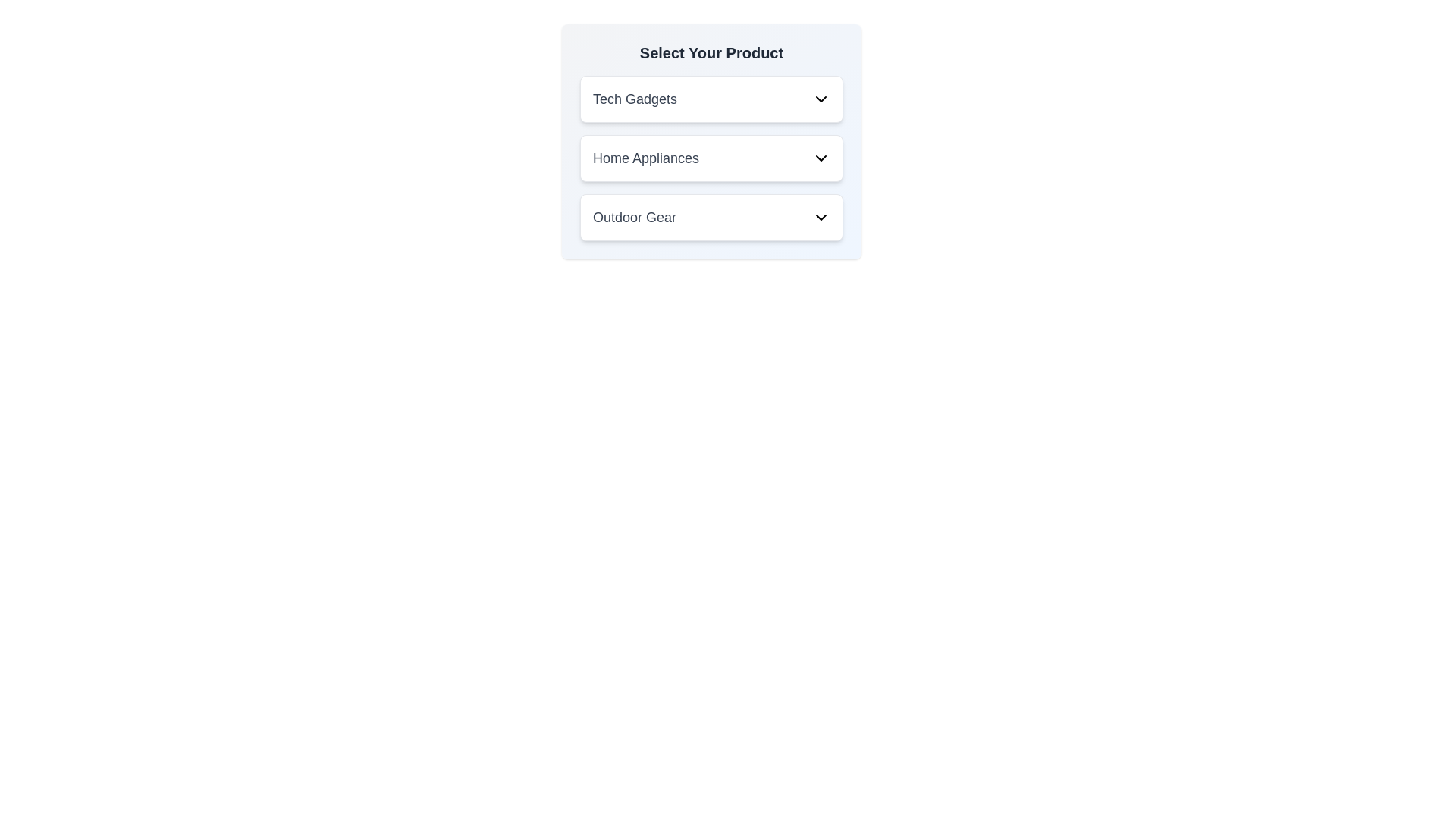 The width and height of the screenshot is (1456, 819). What do you see at coordinates (635, 99) in the screenshot?
I see `the 'Tech Gadgets' text label in gray font, which is part of a dropdown menu and positioned to the left of the chevron icon` at bounding box center [635, 99].